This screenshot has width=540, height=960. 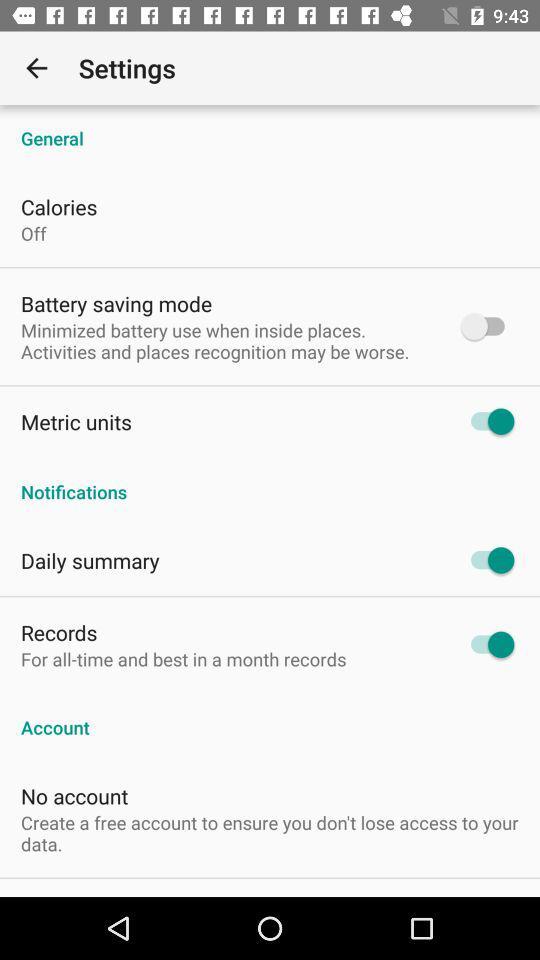 What do you see at coordinates (36, 68) in the screenshot?
I see `app to the left of settings item` at bounding box center [36, 68].